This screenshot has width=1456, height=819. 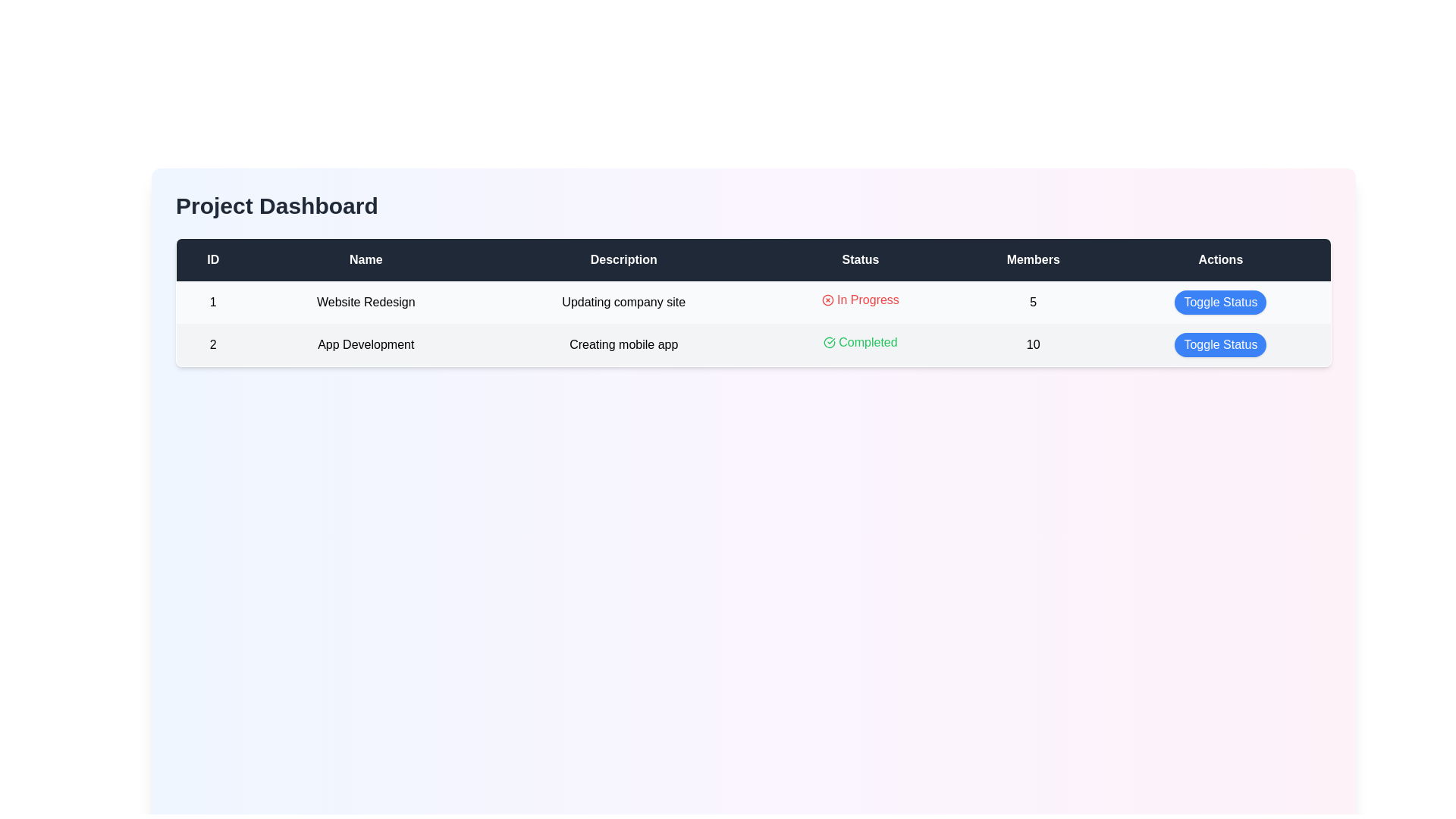 What do you see at coordinates (623, 302) in the screenshot?
I see `text content of the label displaying 'Updating company site', which is located in the third column of the first row under the 'Description' column in the table` at bounding box center [623, 302].